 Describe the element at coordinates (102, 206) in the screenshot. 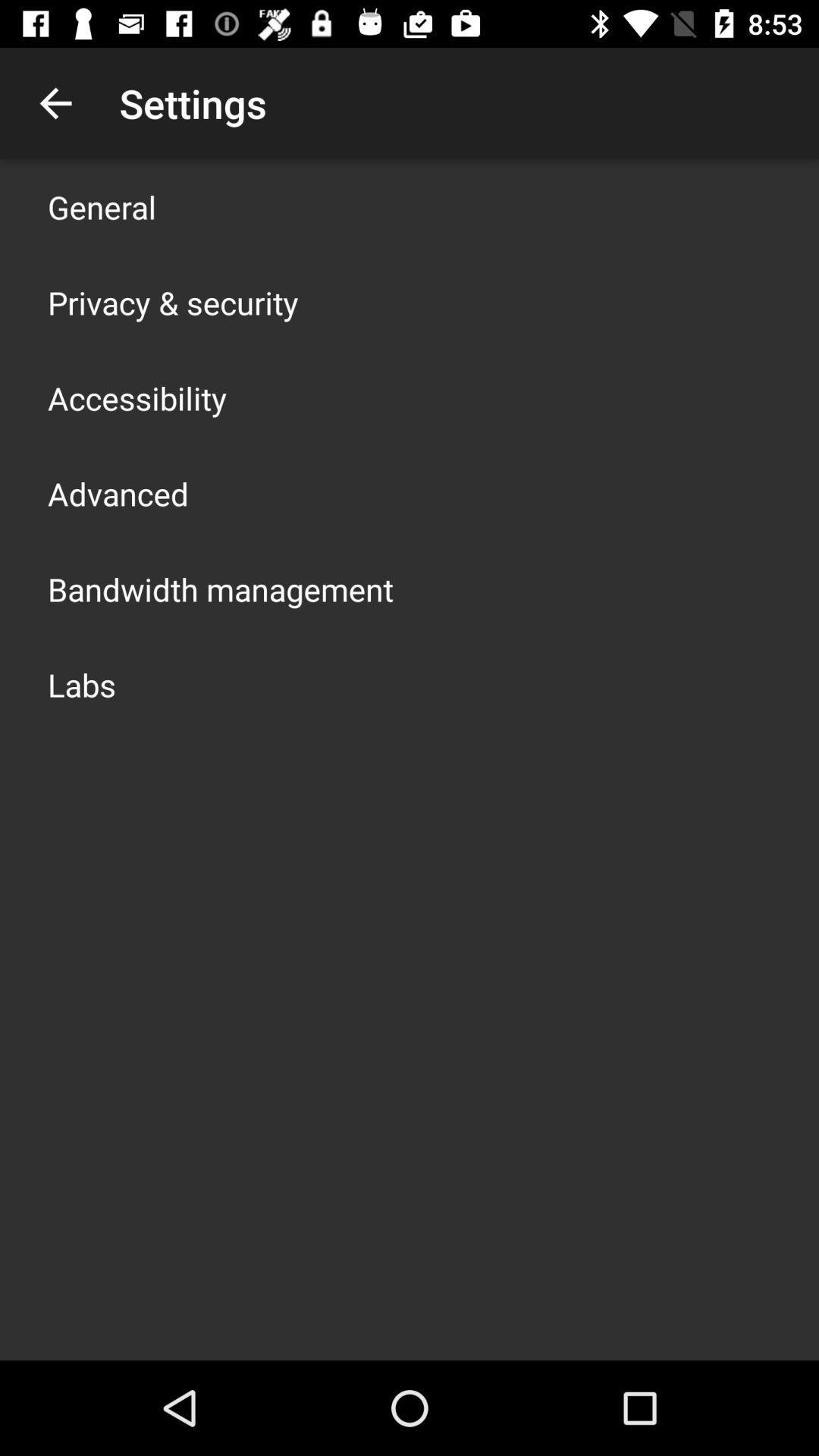

I see `the general` at that location.